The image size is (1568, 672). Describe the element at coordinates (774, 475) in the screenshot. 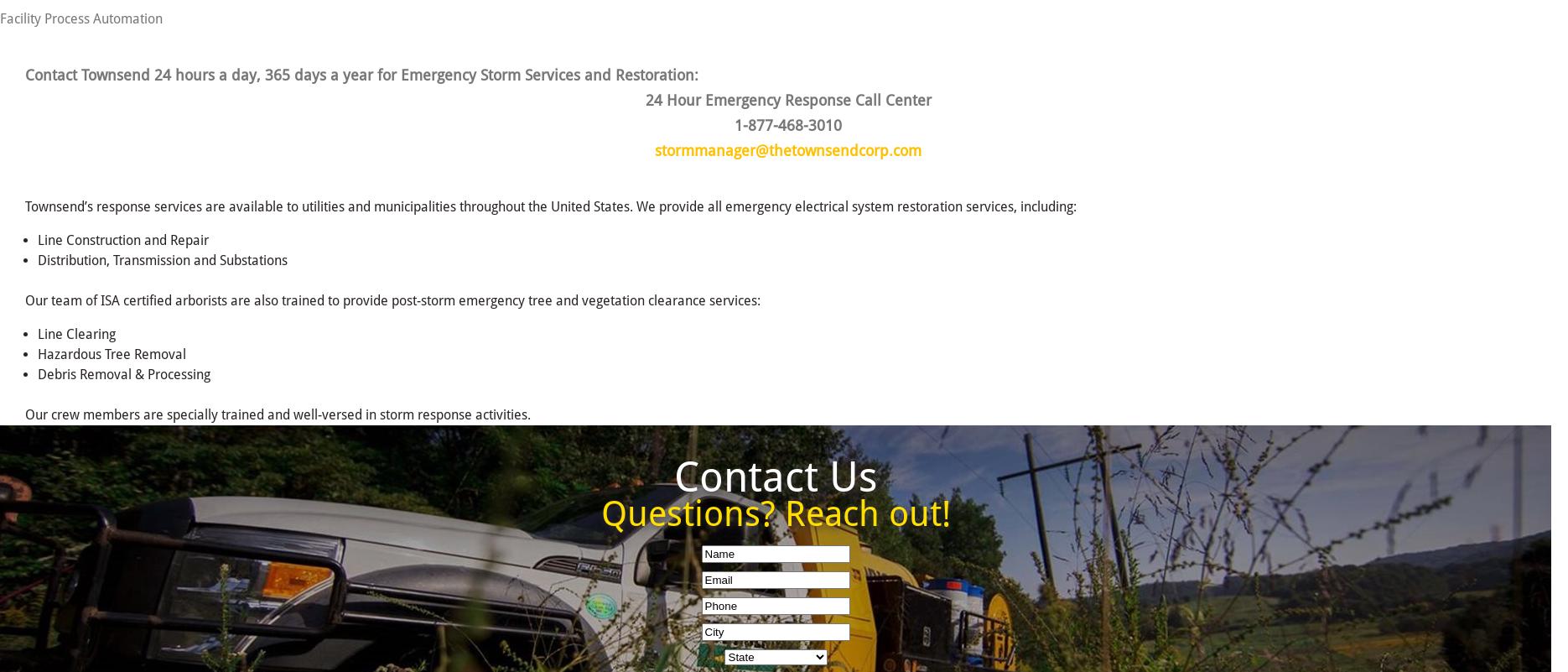

I see `'Contact Us'` at that location.